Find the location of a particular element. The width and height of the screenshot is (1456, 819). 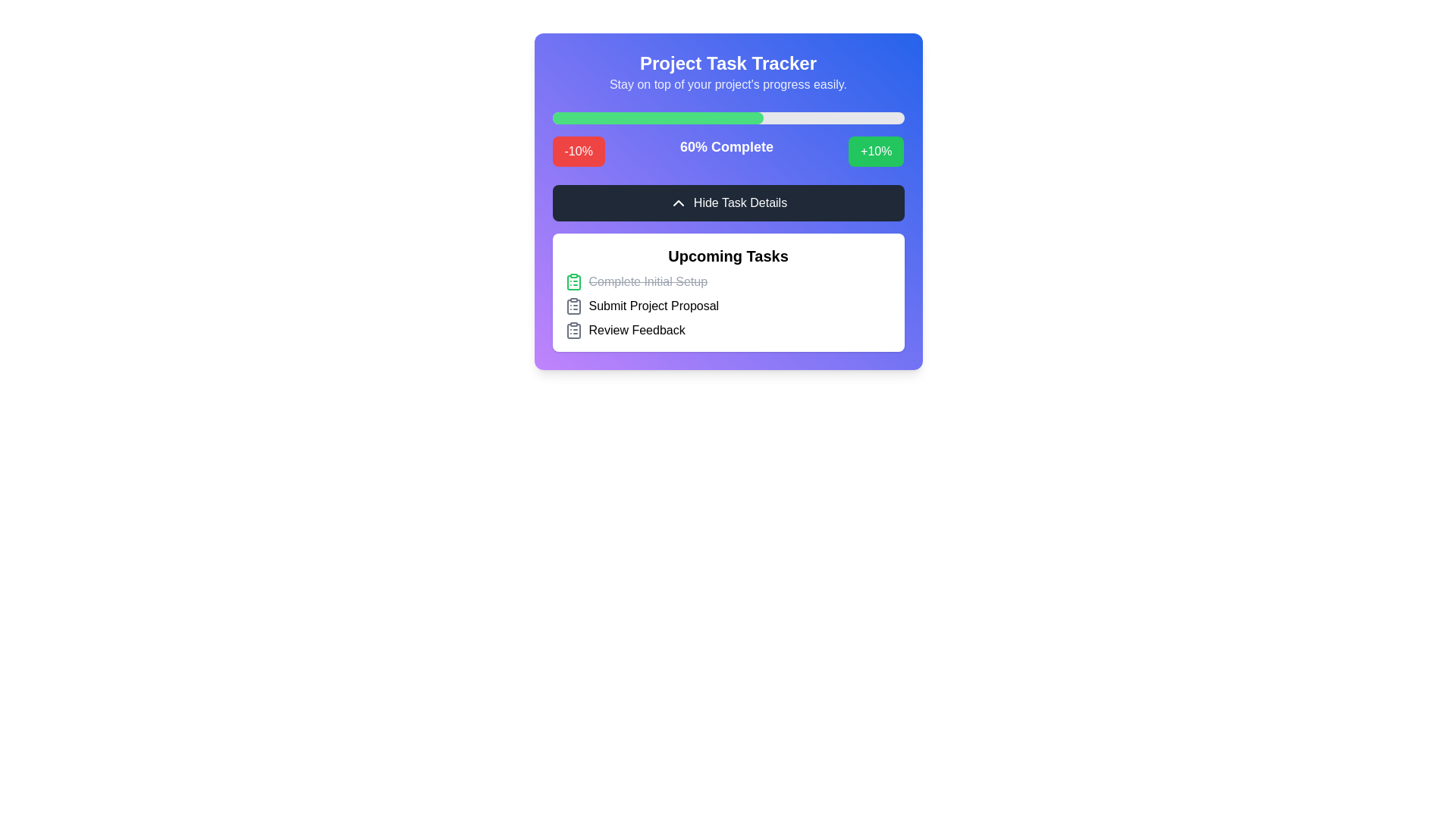

the text element titled 'Review Feedback', which is the third list item in the 'Upcoming Tasks' section, appearing after 'Submit Project Proposal' is located at coordinates (637, 329).